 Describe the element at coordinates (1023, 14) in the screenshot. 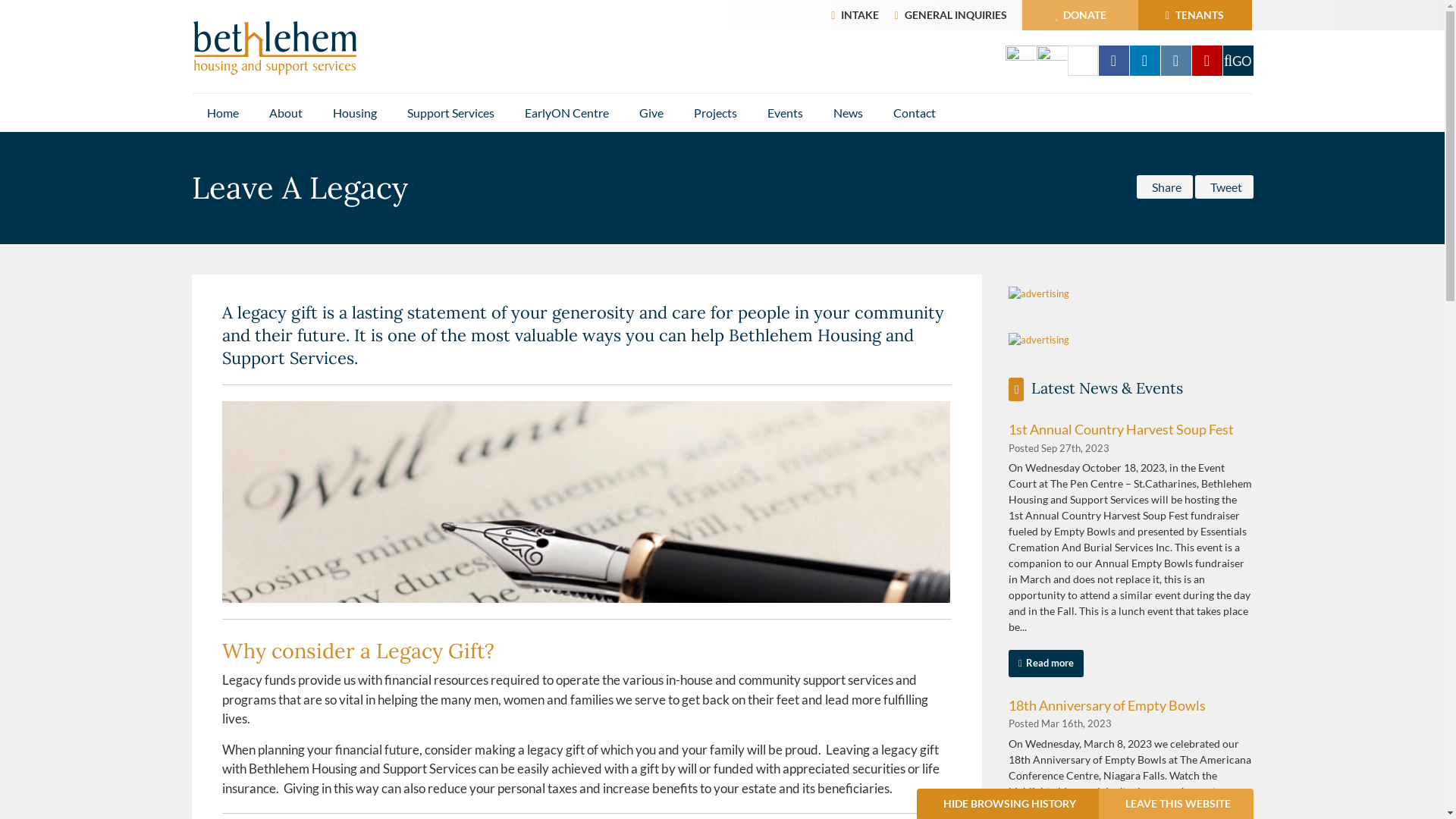

I see `'DONATE'` at that location.